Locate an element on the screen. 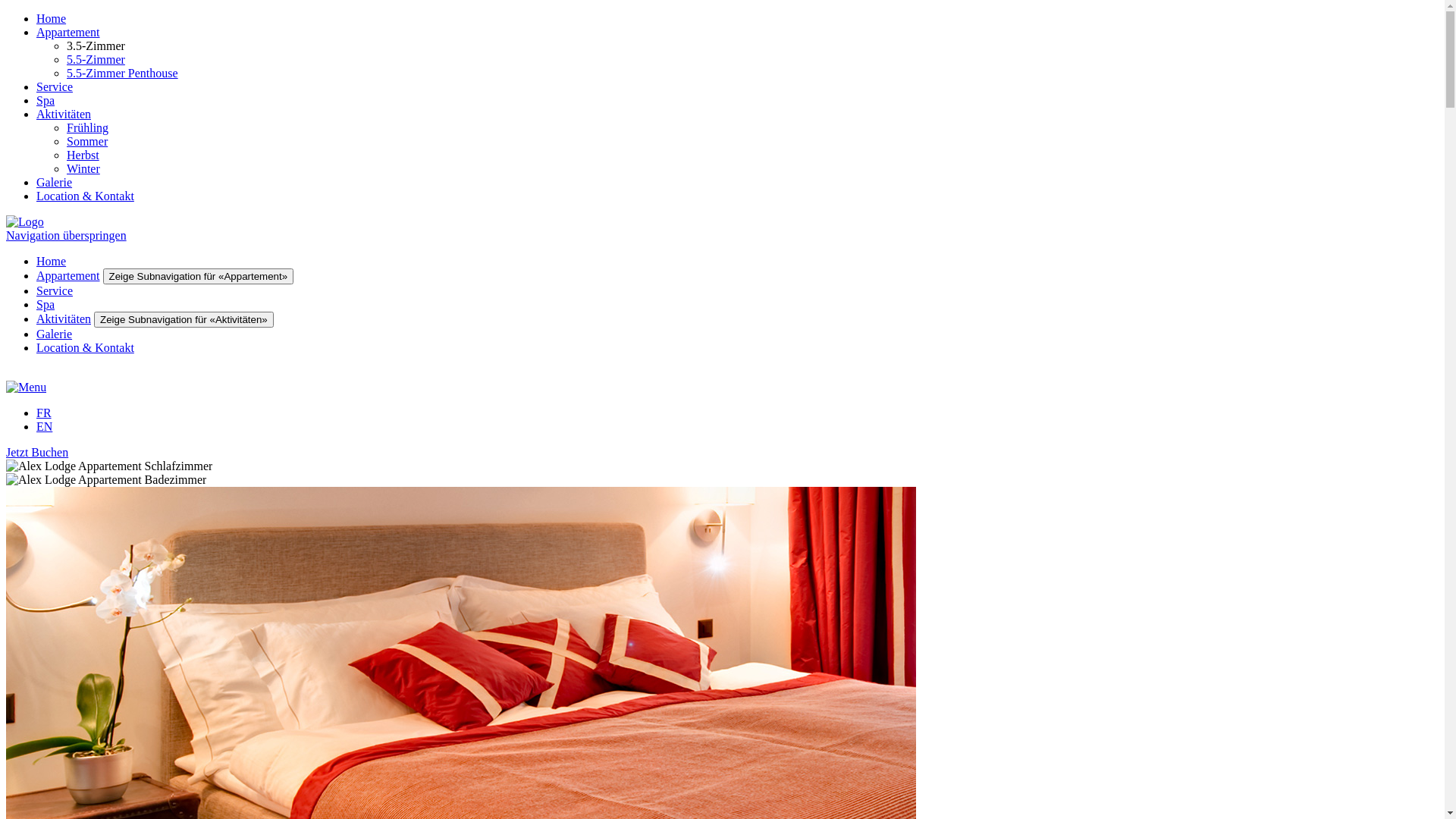 The width and height of the screenshot is (1456, 819). 'Winter' is located at coordinates (83, 168).